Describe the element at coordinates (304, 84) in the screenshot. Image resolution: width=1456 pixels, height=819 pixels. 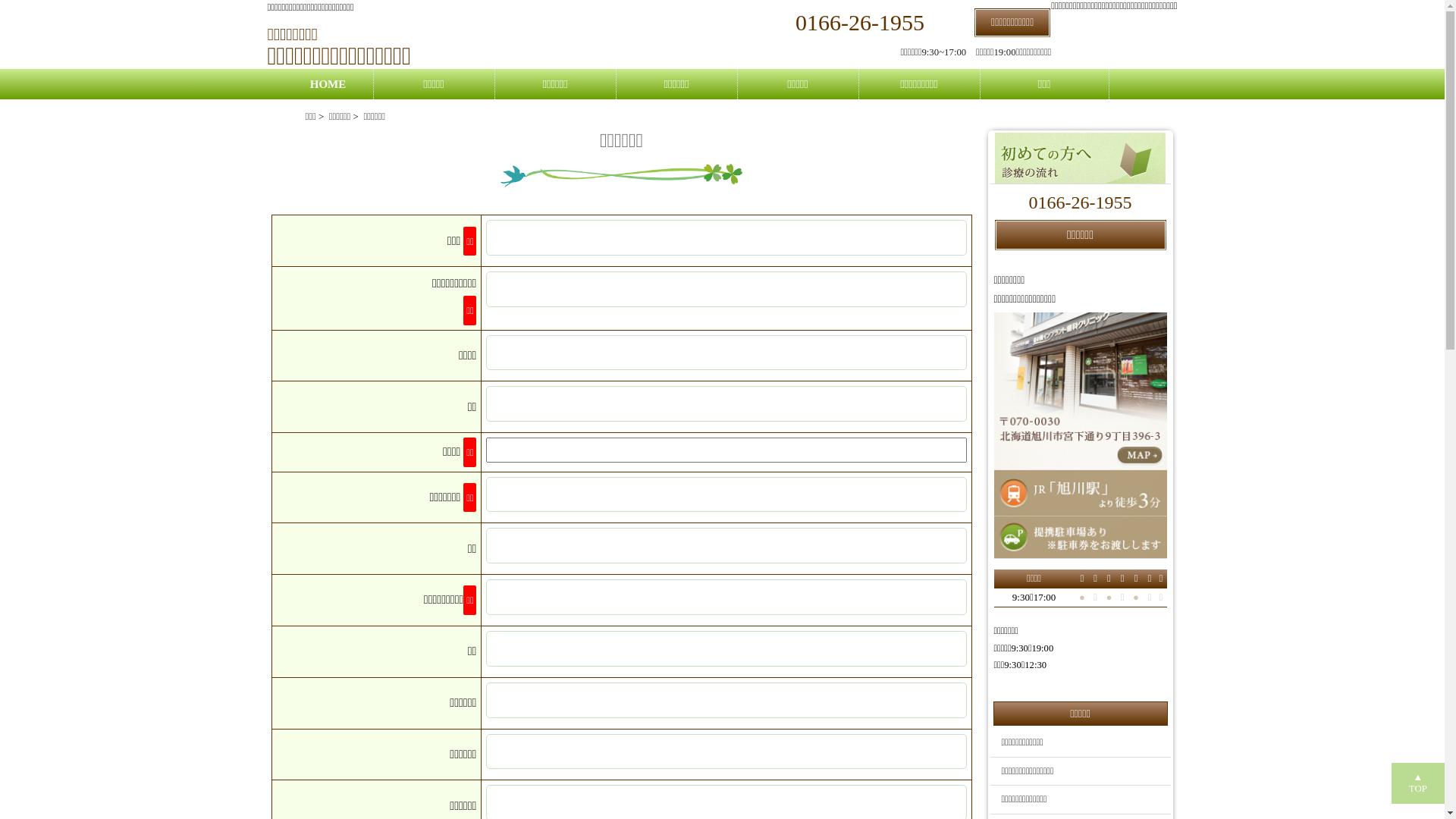
I see `'HOME'` at that location.